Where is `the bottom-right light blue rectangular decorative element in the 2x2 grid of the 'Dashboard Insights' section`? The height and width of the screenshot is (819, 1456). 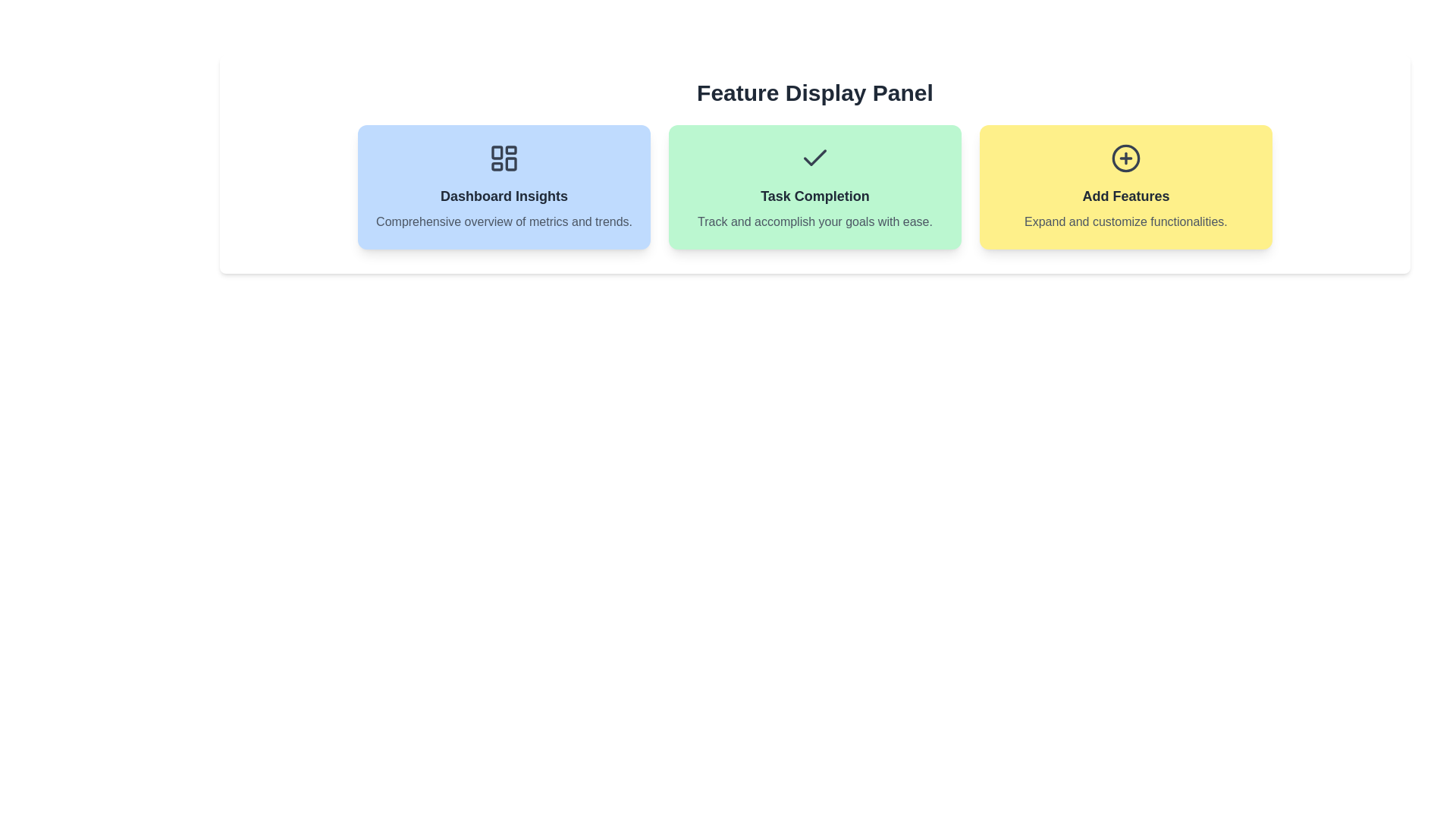
the bottom-right light blue rectangular decorative element in the 2x2 grid of the 'Dashboard Insights' section is located at coordinates (511, 164).